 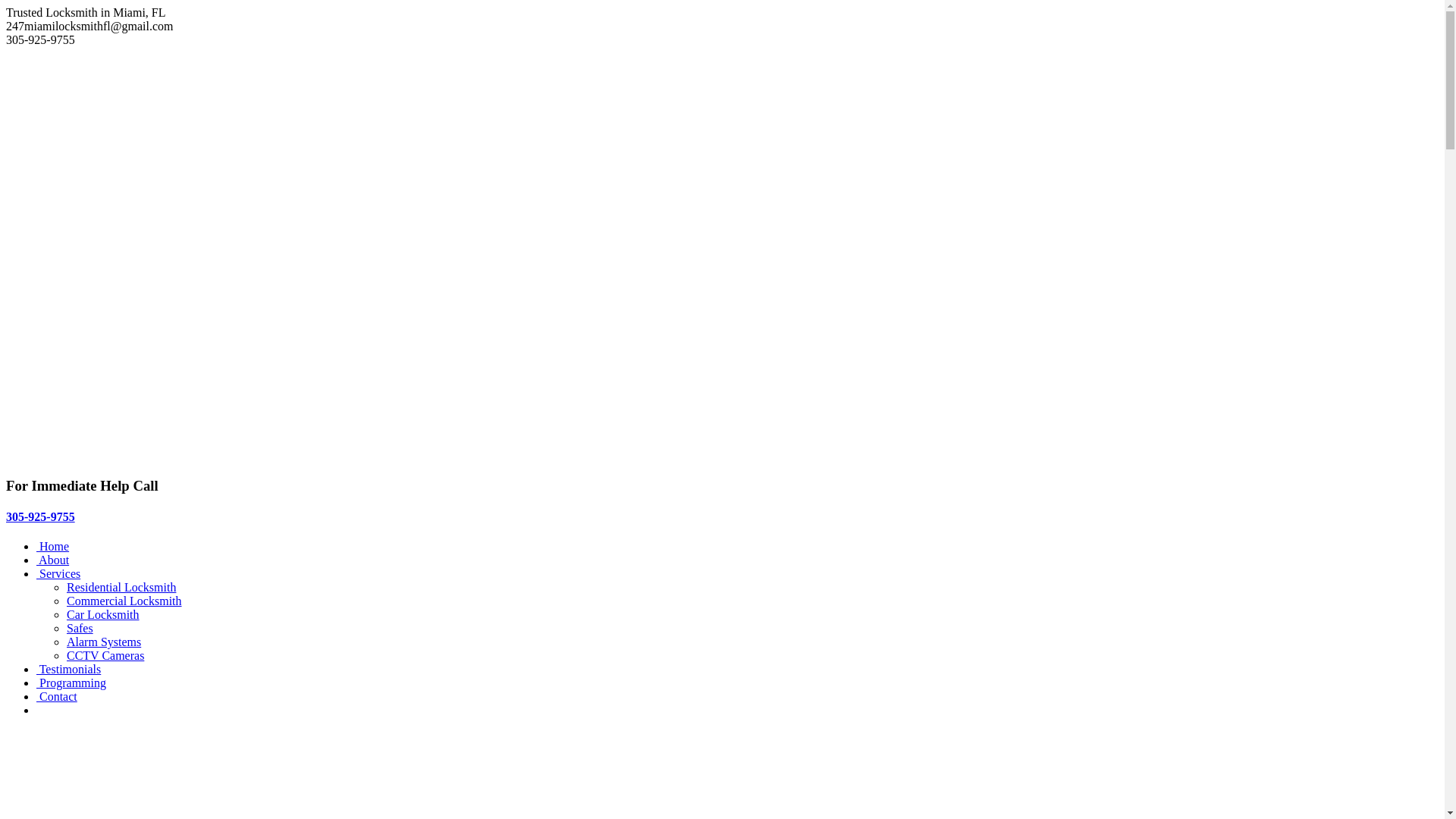 What do you see at coordinates (36, 696) in the screenshot?
I see `' Contact'` at bounding box center [36, 696].